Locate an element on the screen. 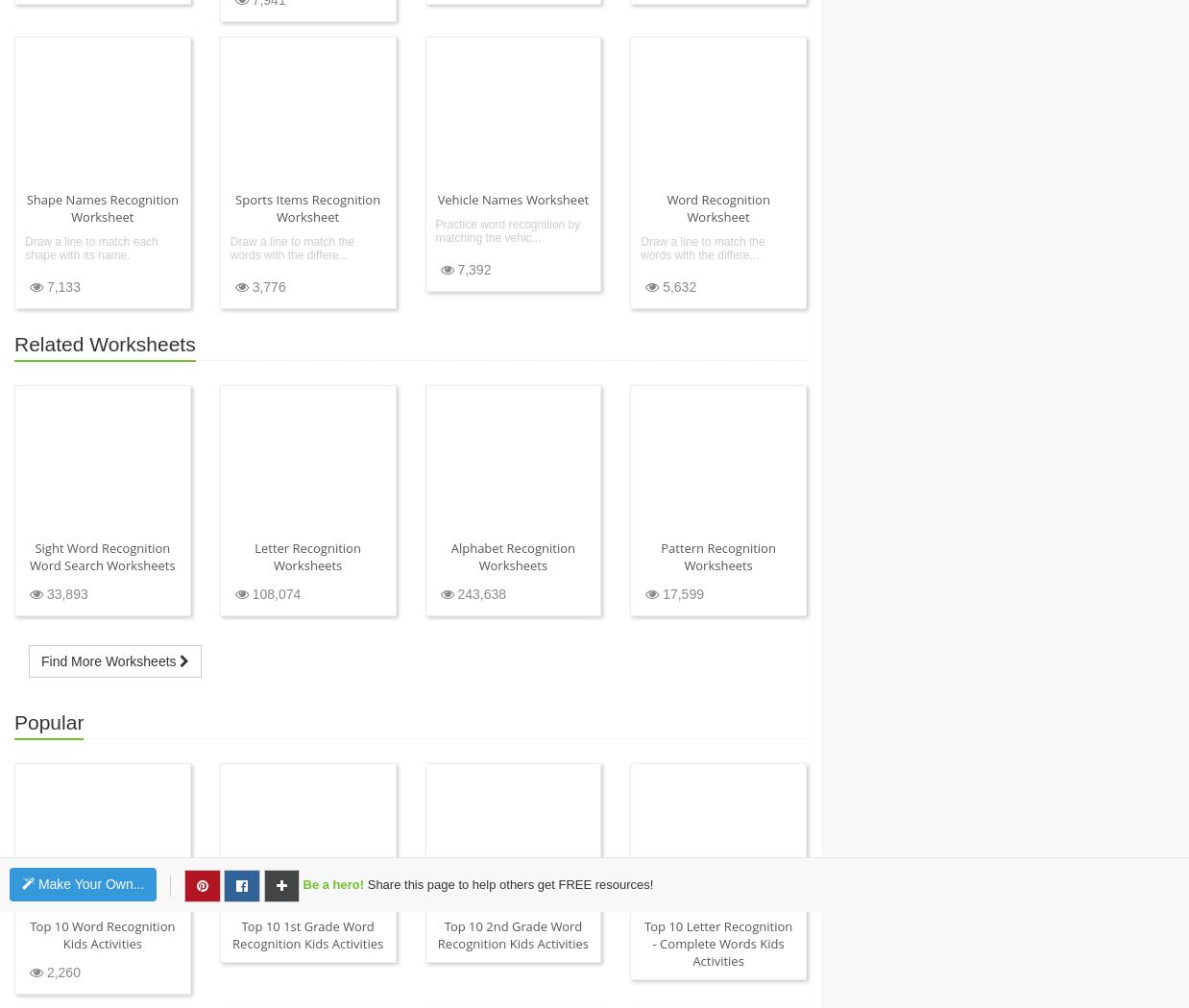  'Sports Items Recognition Worksheet' is located at coordinates (307, 205).